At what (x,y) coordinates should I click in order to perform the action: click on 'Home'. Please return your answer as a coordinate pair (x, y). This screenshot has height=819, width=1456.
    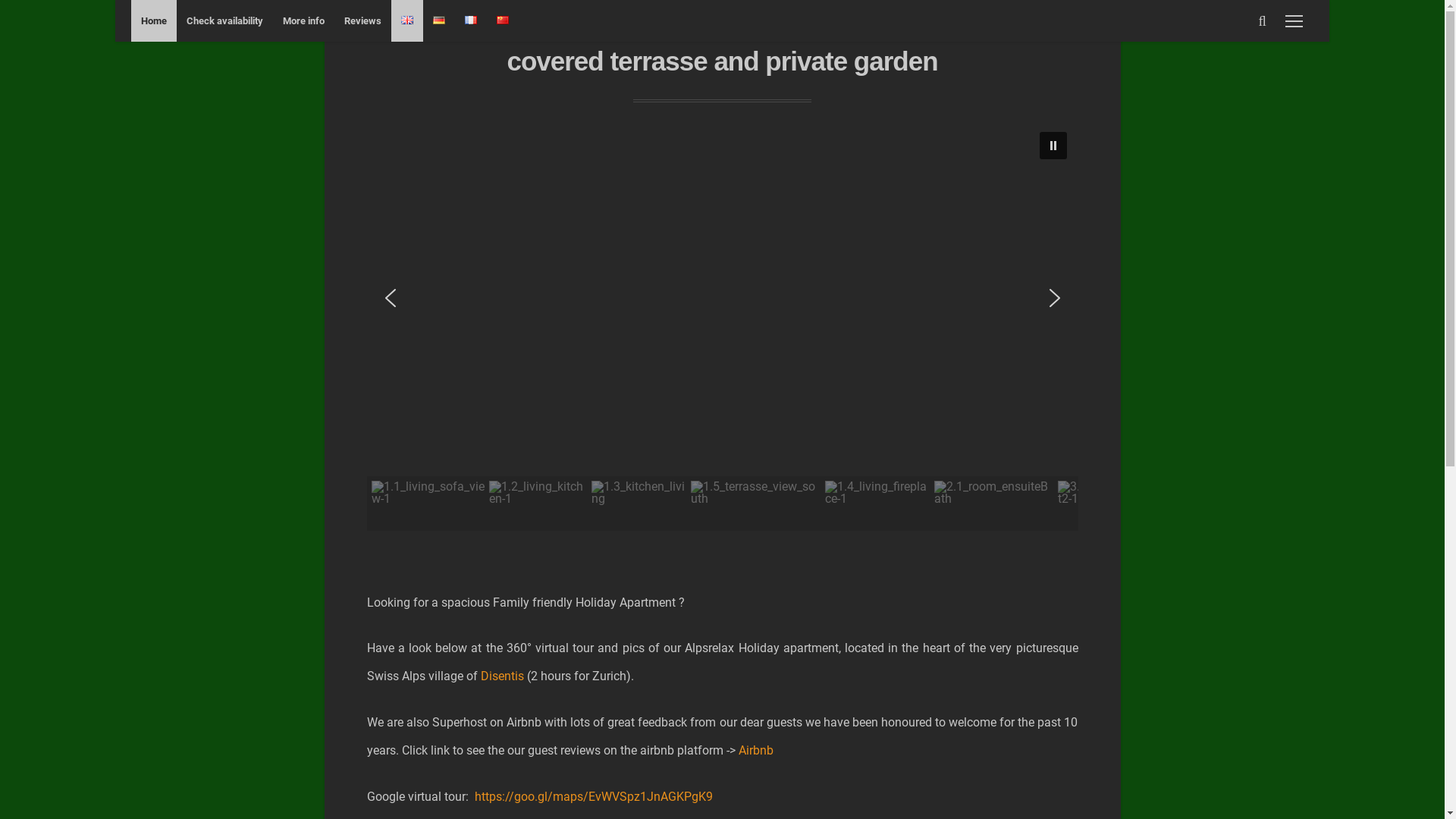
    Looking at the image, I should click on (153, 20).